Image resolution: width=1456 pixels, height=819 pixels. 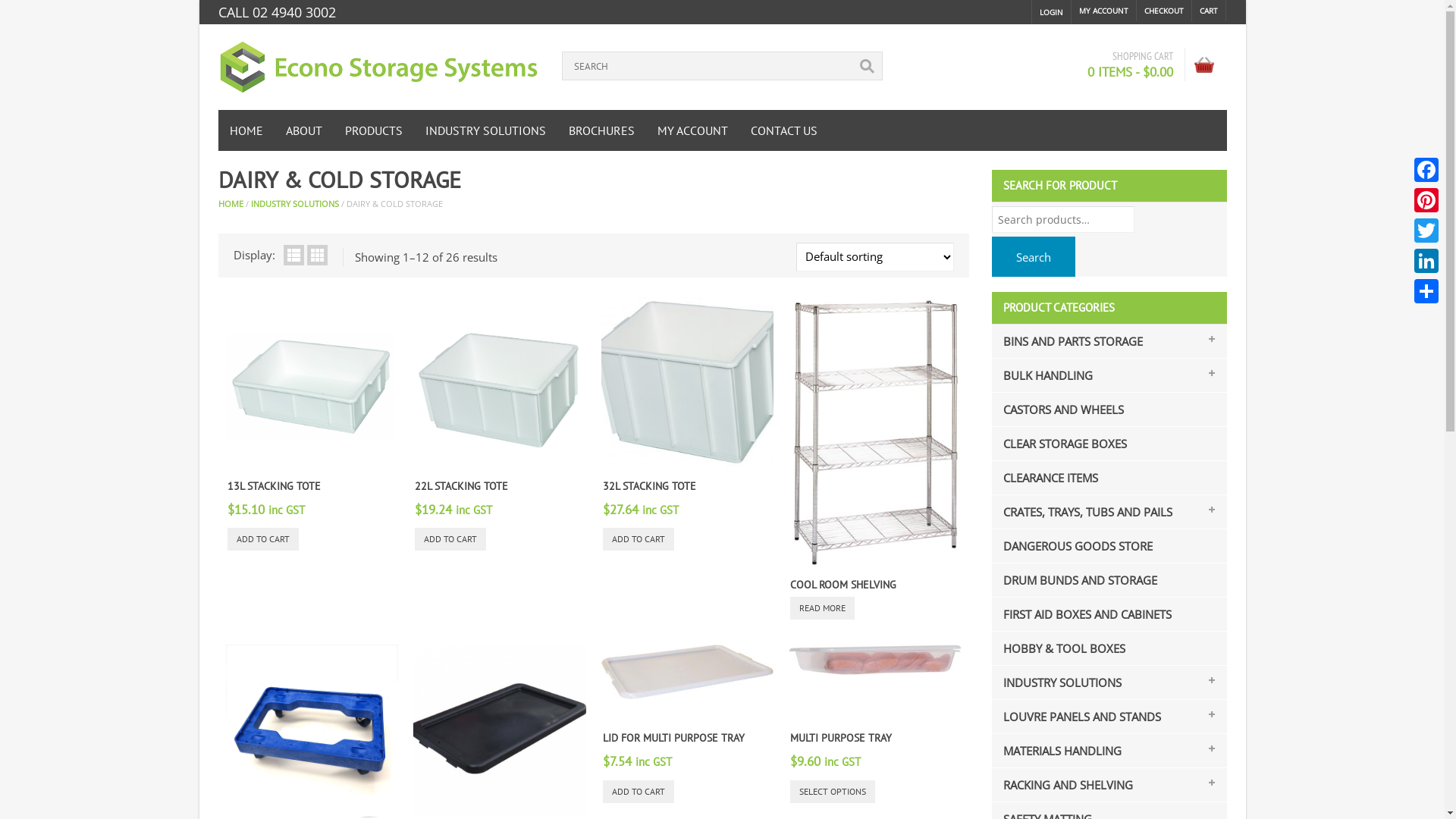 What do you see at coordinates (1081, 614) in the screenshot?
I see `'FIRST AID BOXES AND CABINETS'` at bounding box center [1081, 614].